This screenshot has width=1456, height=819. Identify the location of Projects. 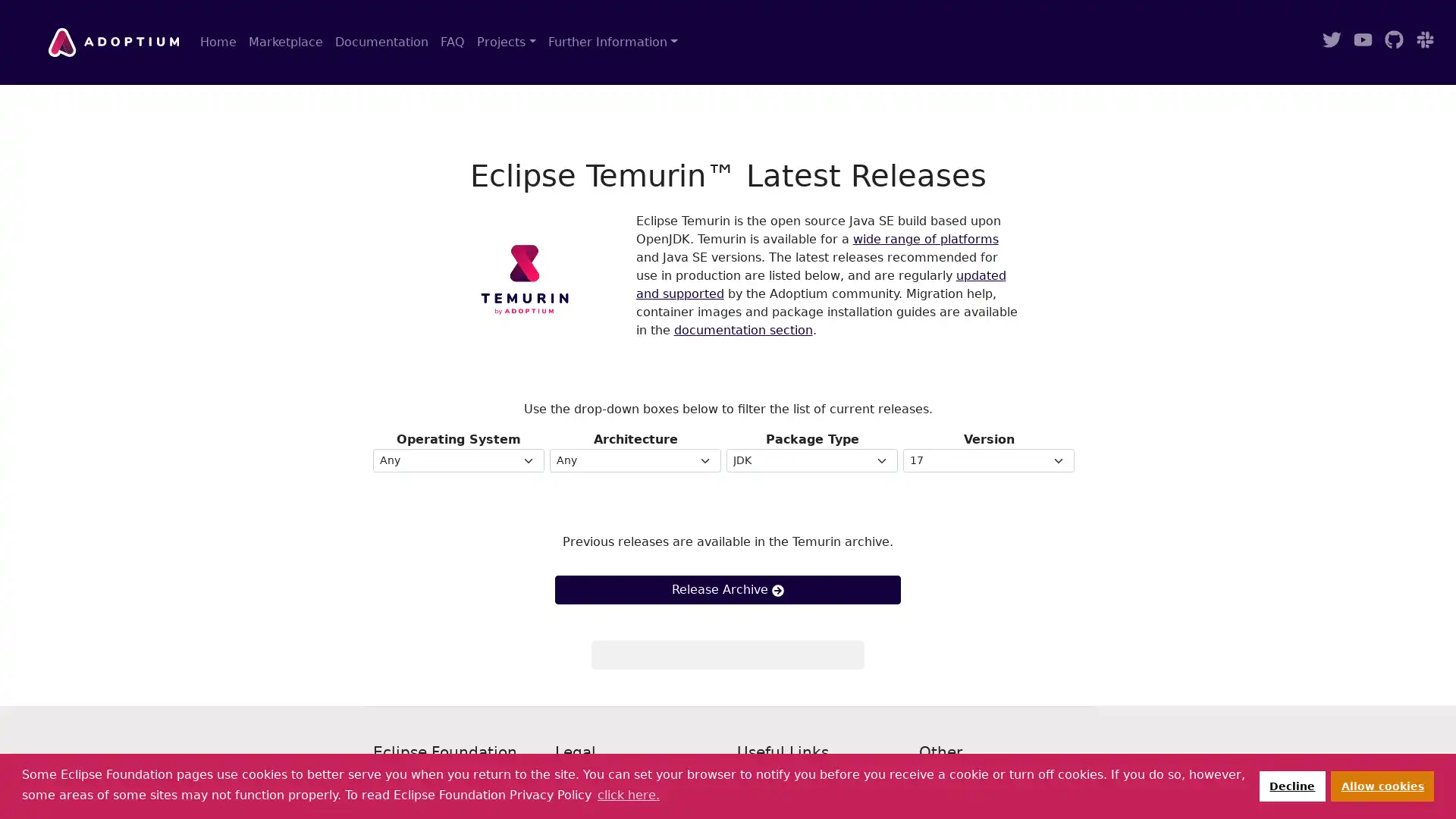
(506, 42).